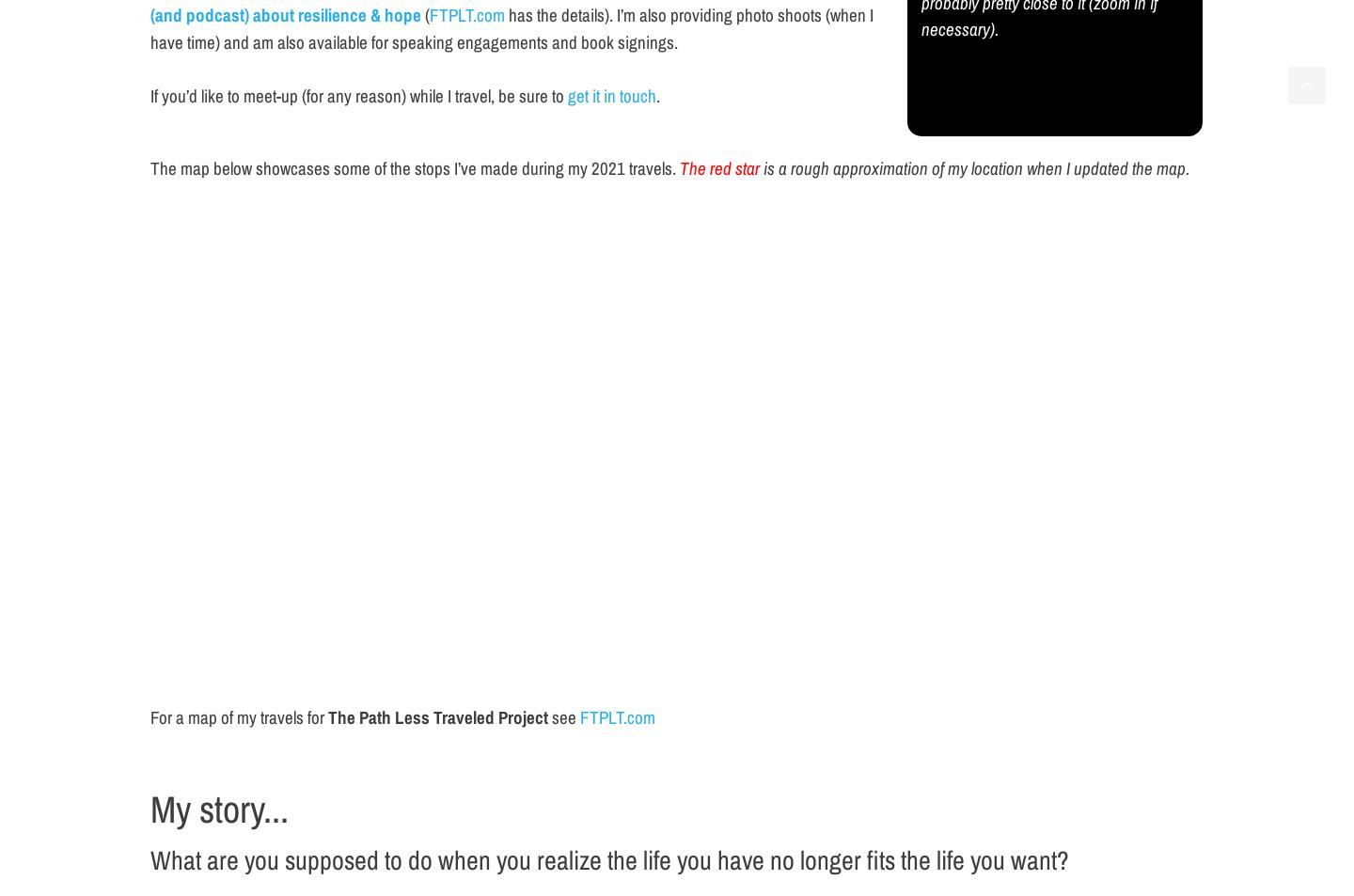 This screenshot has width=1354, height=896. Describe the element at coordinates (974, 166) in the screenshot. I see `'is a rough approximation of my location when I updated the map.'` at that location.